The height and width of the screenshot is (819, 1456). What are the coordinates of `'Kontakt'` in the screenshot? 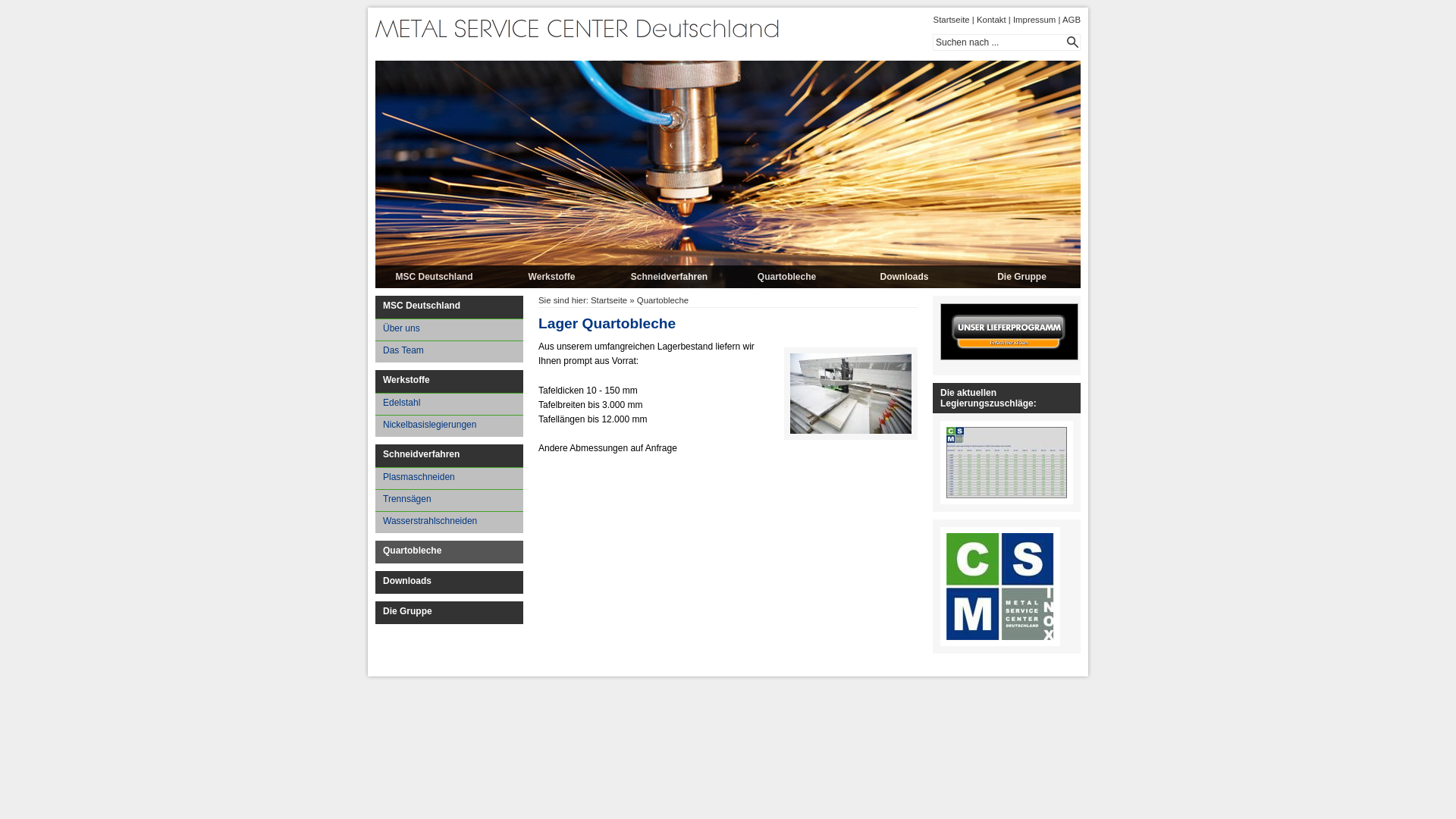 It's located at (991, 20).